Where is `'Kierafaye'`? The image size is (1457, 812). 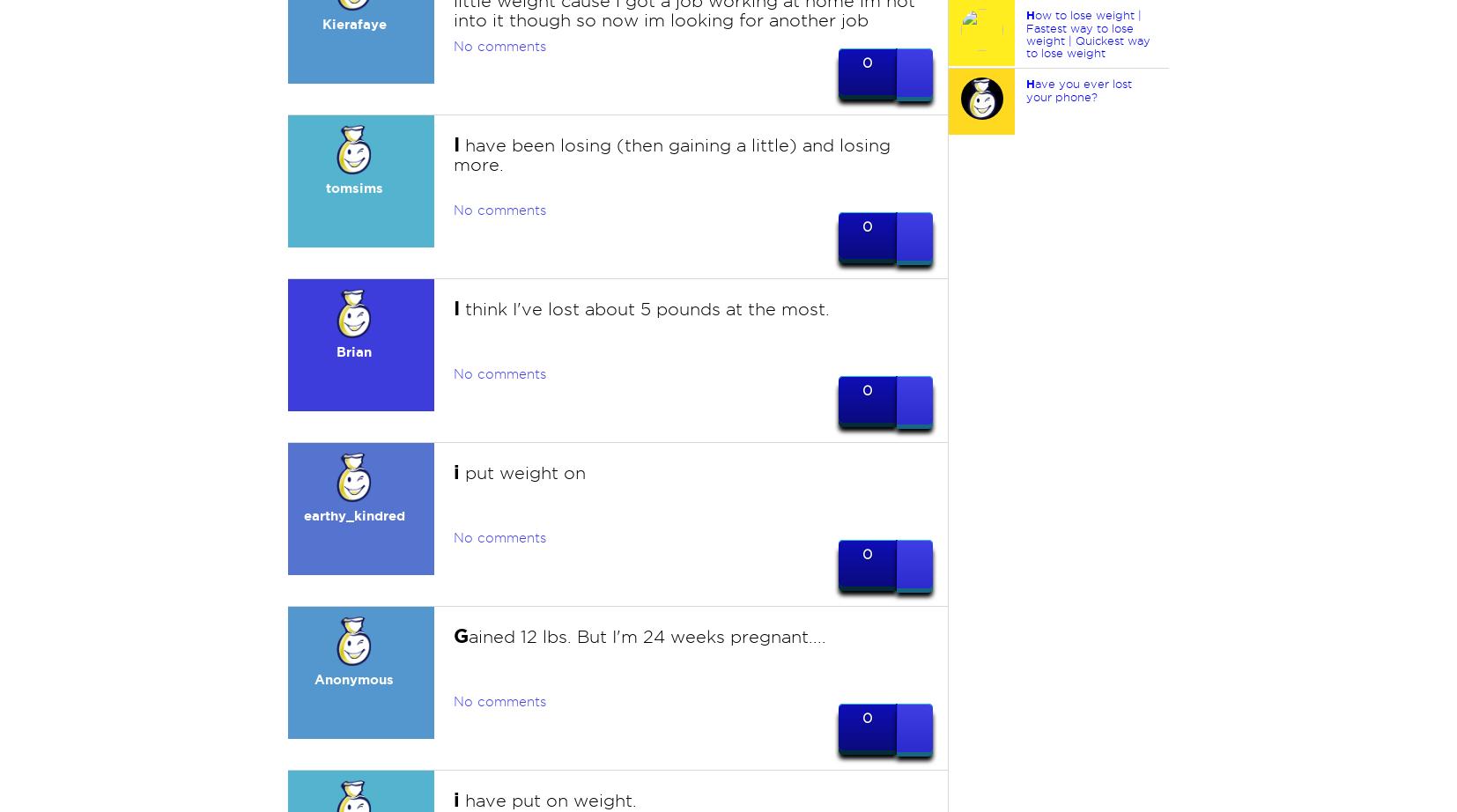 'Kierafaye' is located at coordinates (352, 24).